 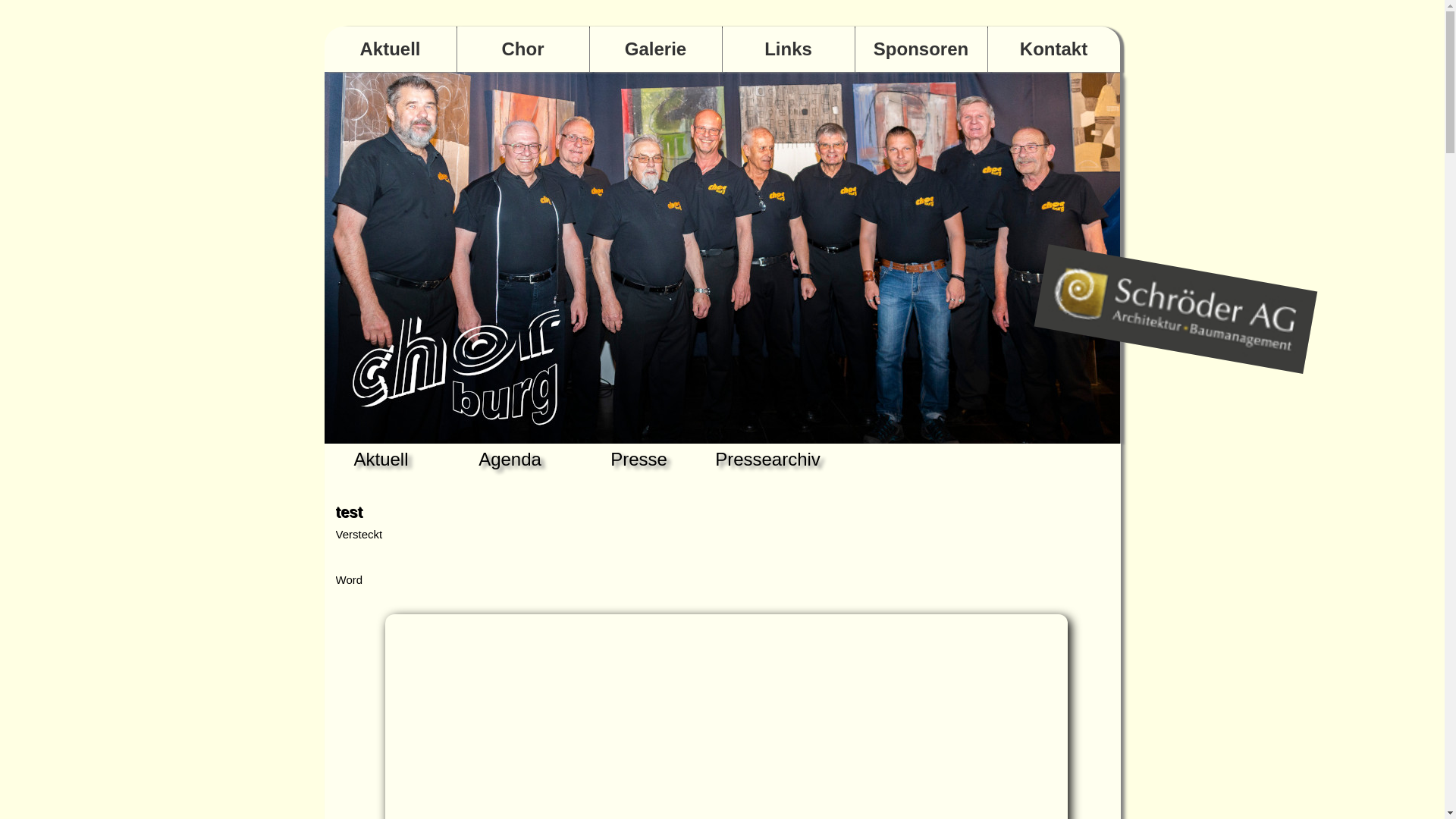 I want to click on 'Chor', so click(x=522, y=49).